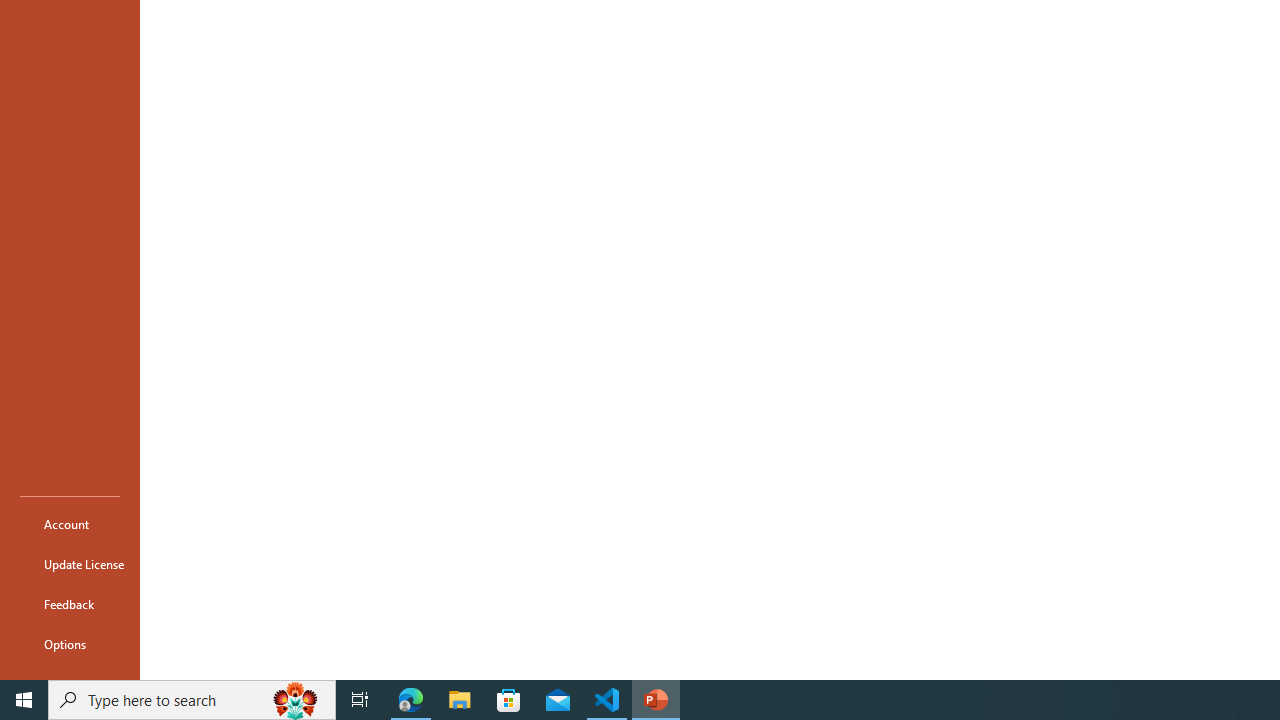 Image resolution: width=1280 pixels, height=720 pixels. What do you see at coordinates (69, 523) in the screenshot?
I see `'Account'` at bounding box center [69, 523].